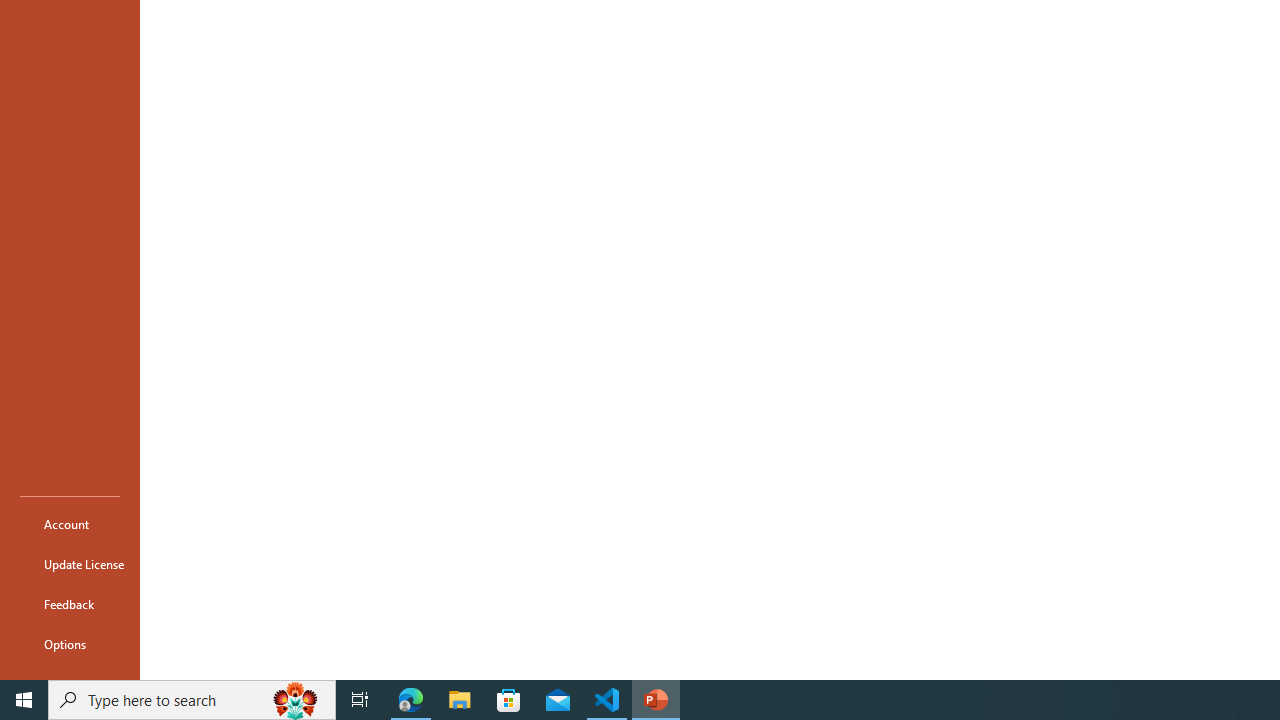 Image resolution: width=1280 pixels, height=720 pixels. What do you see at coordinates (69, 523) in the screenshot?
I see `'Account'` at bounding box center [69, 523].